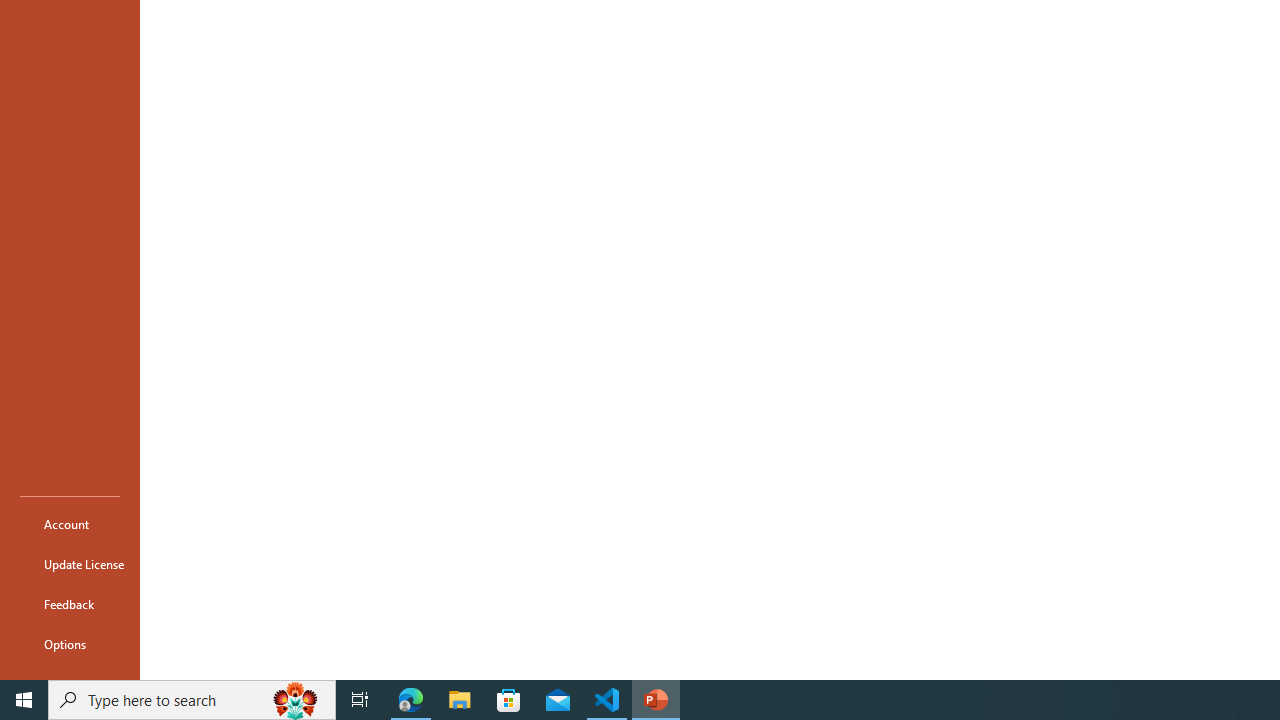 Image resolution: width=1280 pixels, height=720 pixels. What do you see at coordinates (69, 523) in the screenshot?
I see `'Account'` at bounding box center [69, 523].